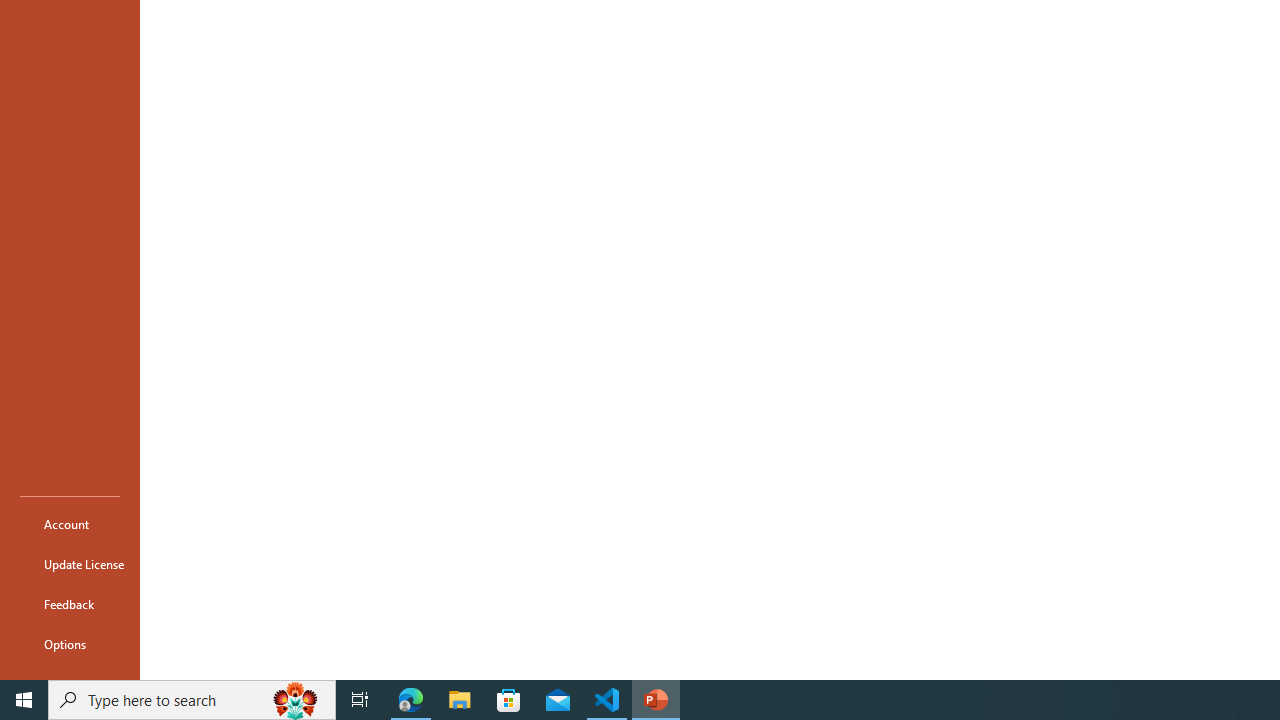 Image resolution: width=1280 pixels, height=720 pixels. What do you see at coordinates (69, 523) in the screenshot?
I see `'Account'` at bounding box center [69, 523].